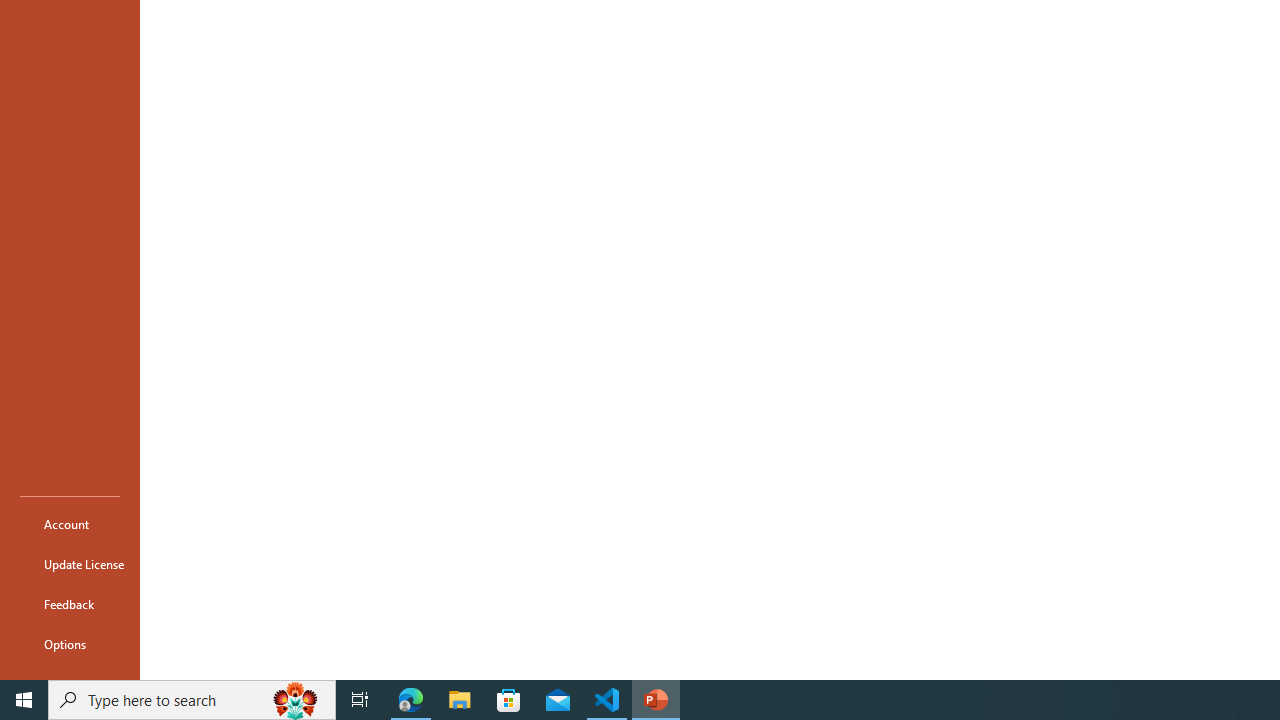 Image resolution: width=1280 pixels, height=720 pixels. What do you see at coordinates (69, 523) in the screenshot?
I see `'Account'` at bounding box center [69, 523].